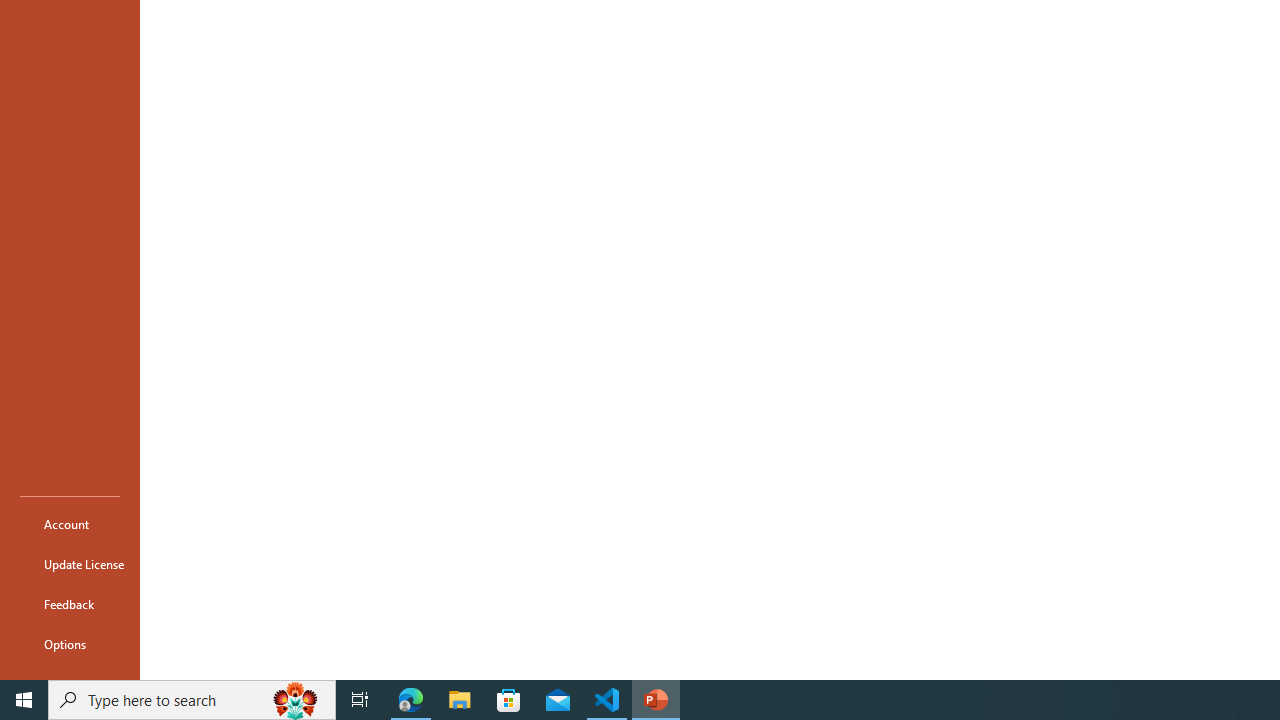 Image resolution: width=1280 pixels, height=720 pixels. What do you see at coordinates (69, 523) in the screenshot?
I see `'Account'` at bounding box center [69, 523].